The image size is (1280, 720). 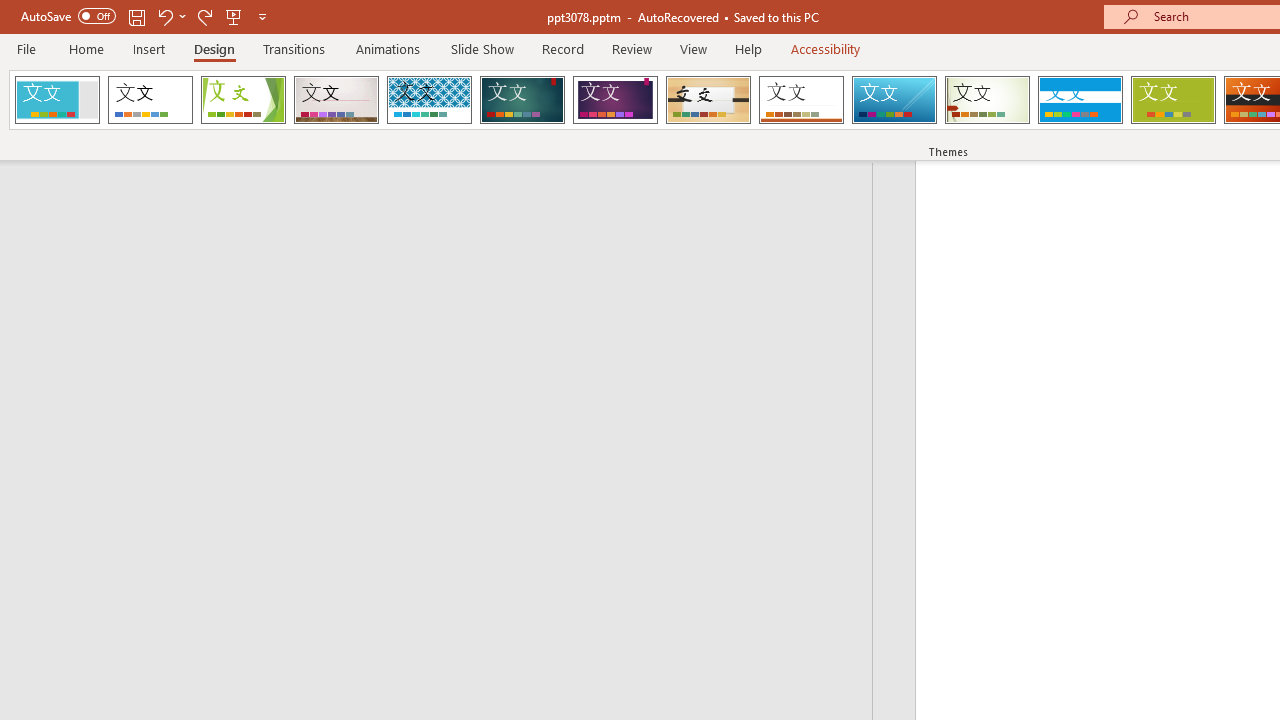 What do you see at coordinates (708, 100) in the screenshot?
I see `'Organic'` at bounding box center [708, 100].